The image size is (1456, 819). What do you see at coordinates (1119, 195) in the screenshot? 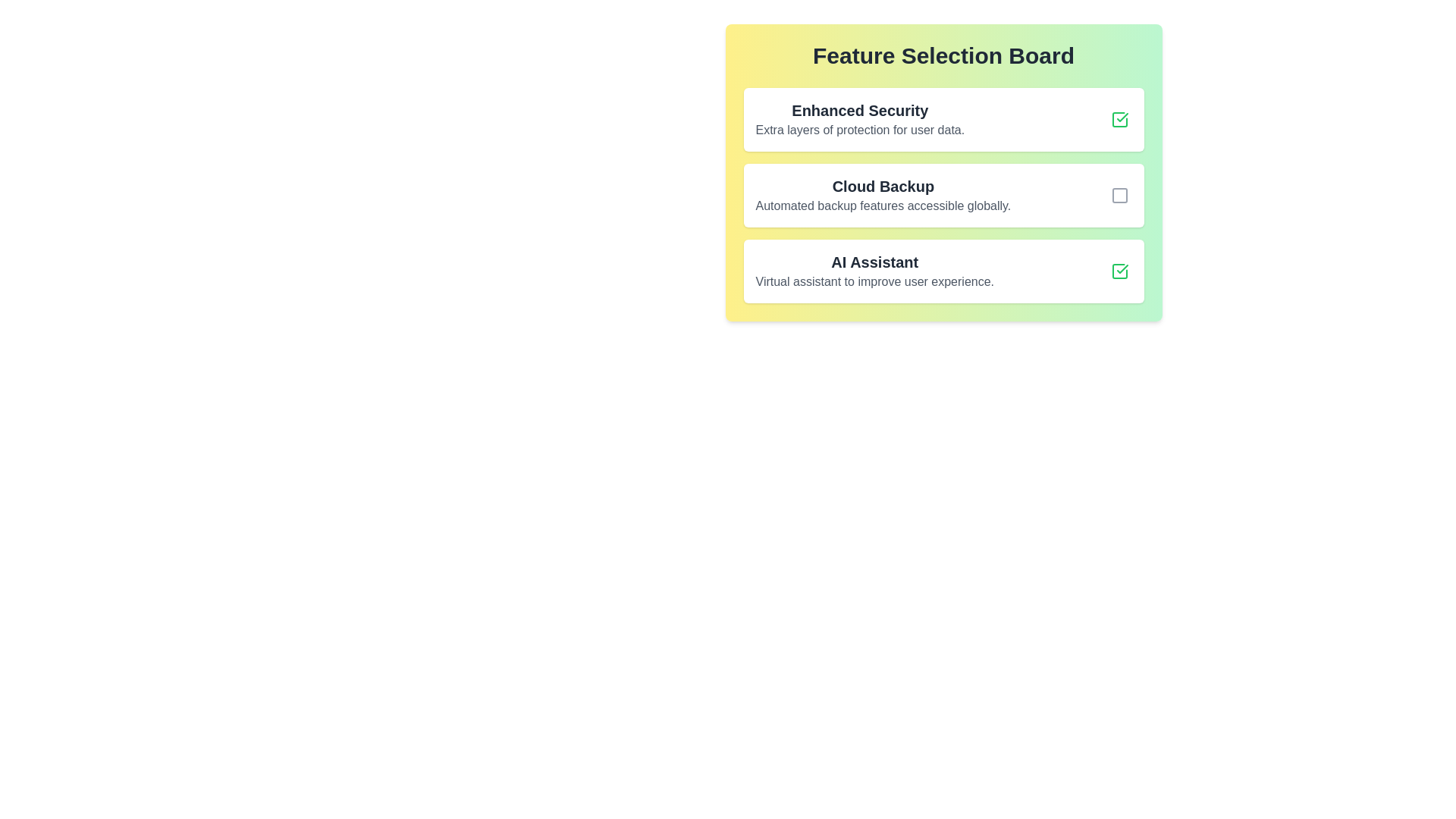
I see `the Checkbox-style control for the 'Cloud Backup' option` at bounding box center [1119, 195].